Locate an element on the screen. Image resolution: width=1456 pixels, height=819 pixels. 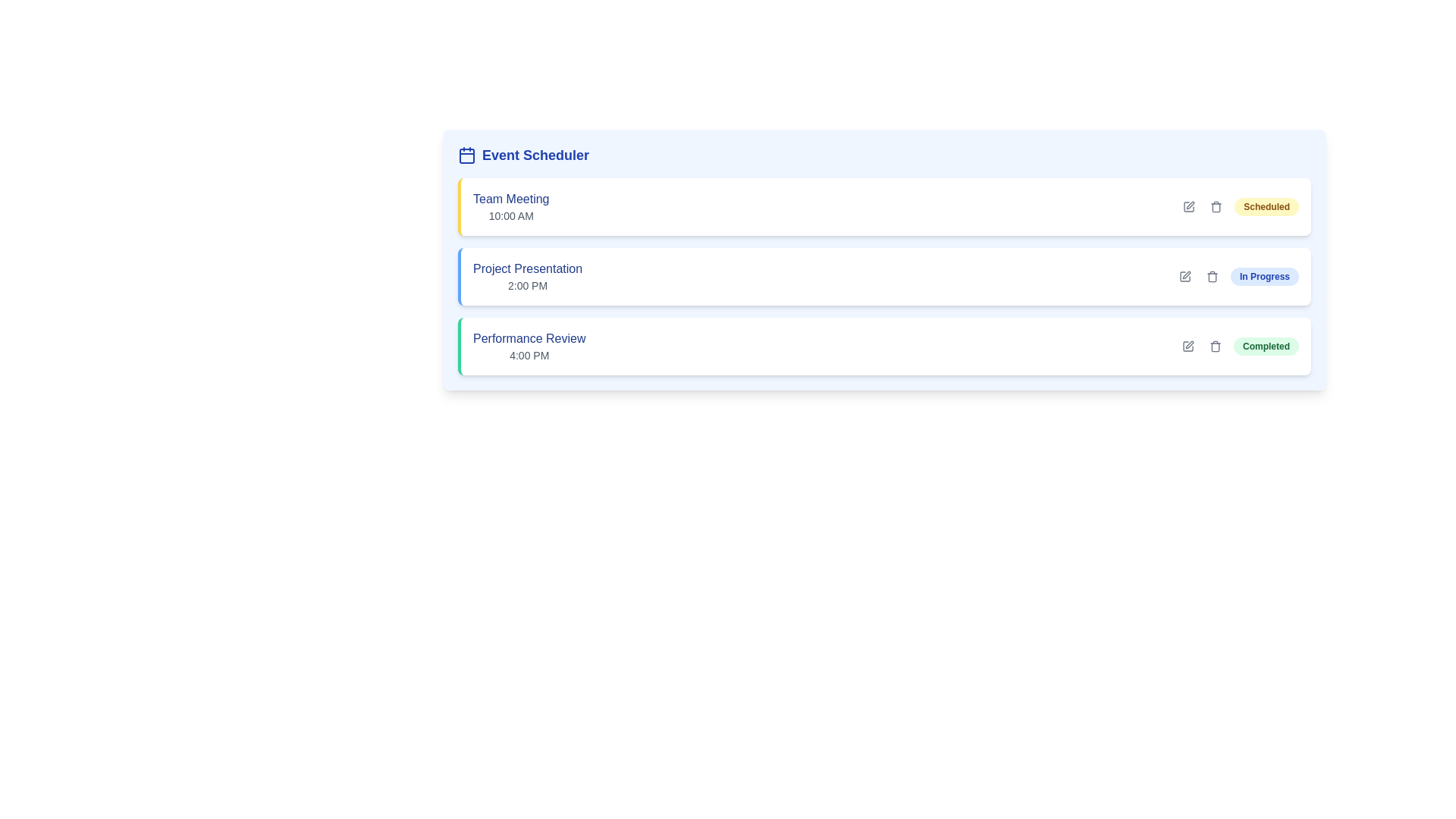
the Edit Button (Icon Button) which resembles a pen and is located on the right-hand side of the top row in the 'Scheduled' events list is located at coordinates (1188, 207).